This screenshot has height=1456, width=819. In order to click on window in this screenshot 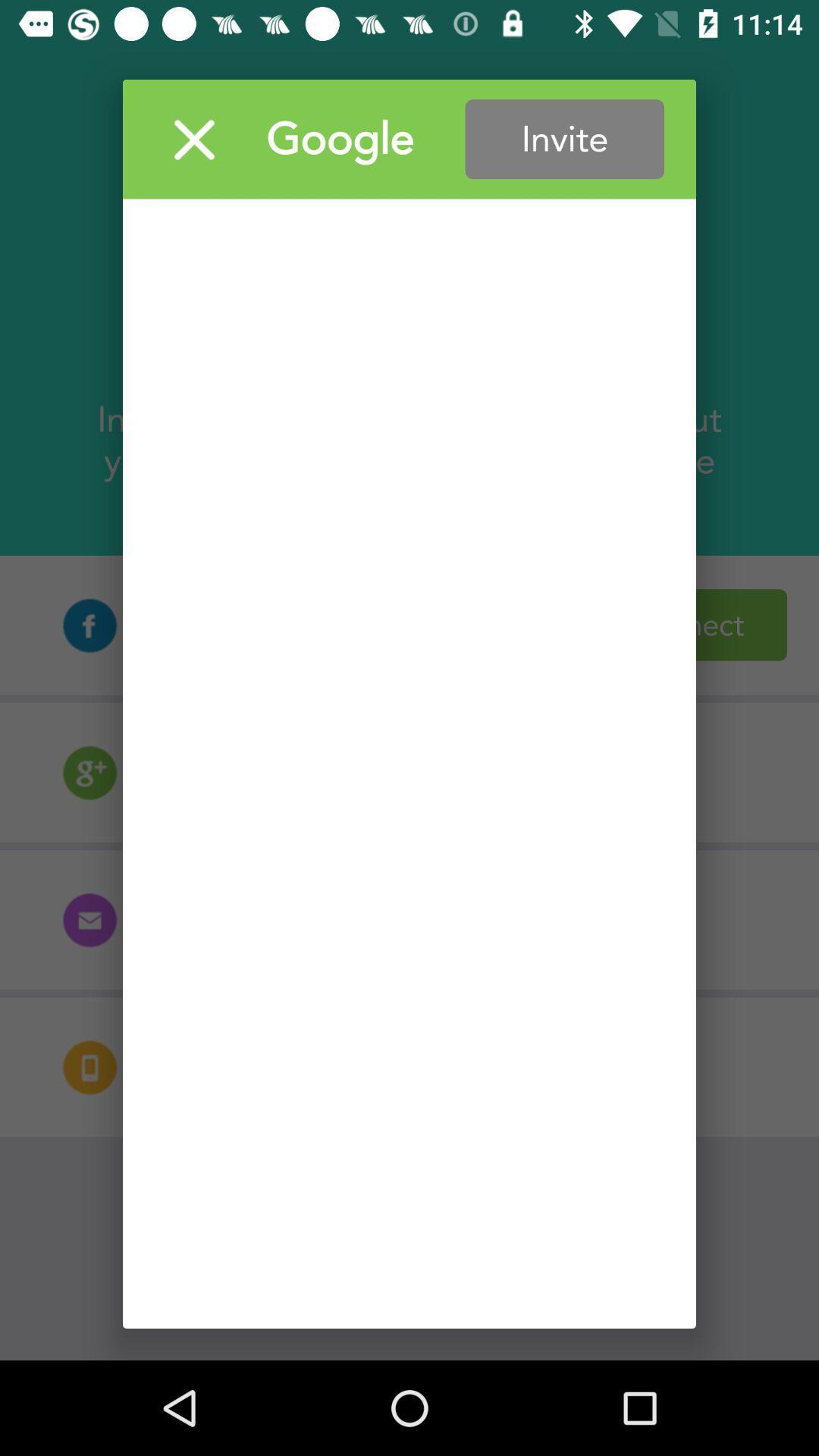, I will do `click(193, 139)`.